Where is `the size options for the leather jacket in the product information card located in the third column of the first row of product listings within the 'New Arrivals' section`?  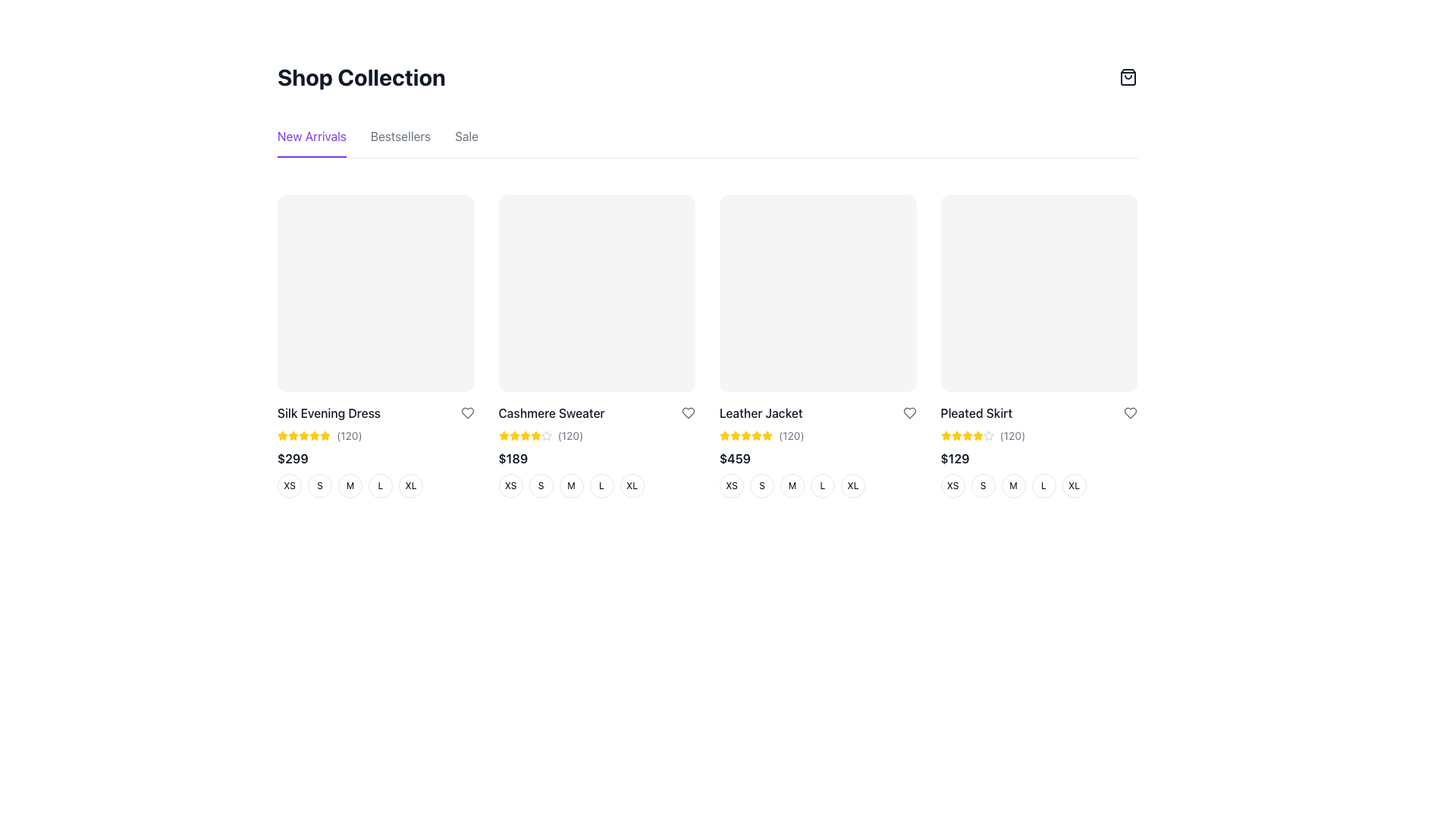 the size options for the leather jacket in the product information card located in the third column of the first row of product listings within the 'New Arrivals' section is located at coordinates (817, 450).